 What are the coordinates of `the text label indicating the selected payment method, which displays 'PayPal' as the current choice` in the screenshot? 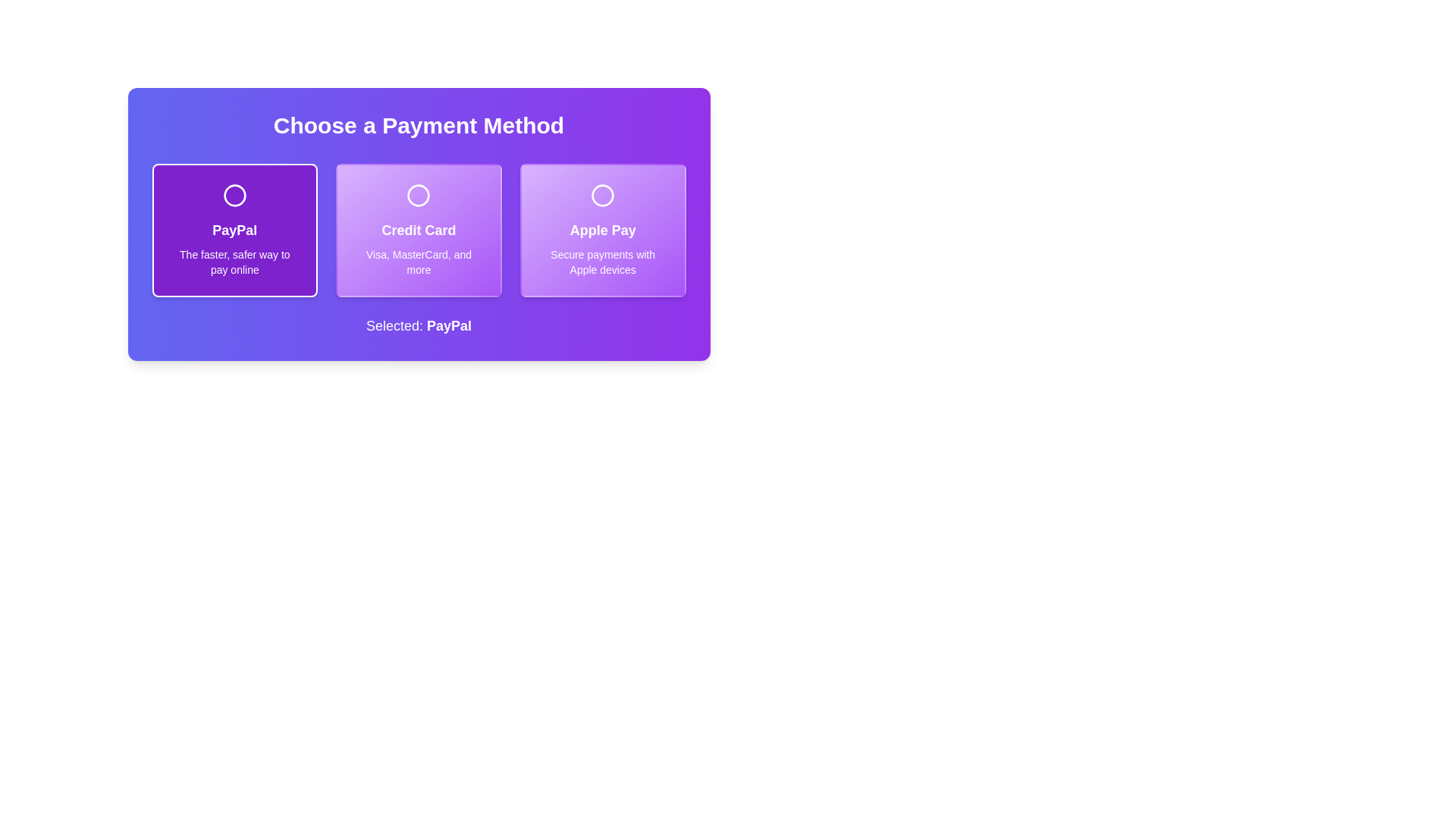 It's located at (448, 325).